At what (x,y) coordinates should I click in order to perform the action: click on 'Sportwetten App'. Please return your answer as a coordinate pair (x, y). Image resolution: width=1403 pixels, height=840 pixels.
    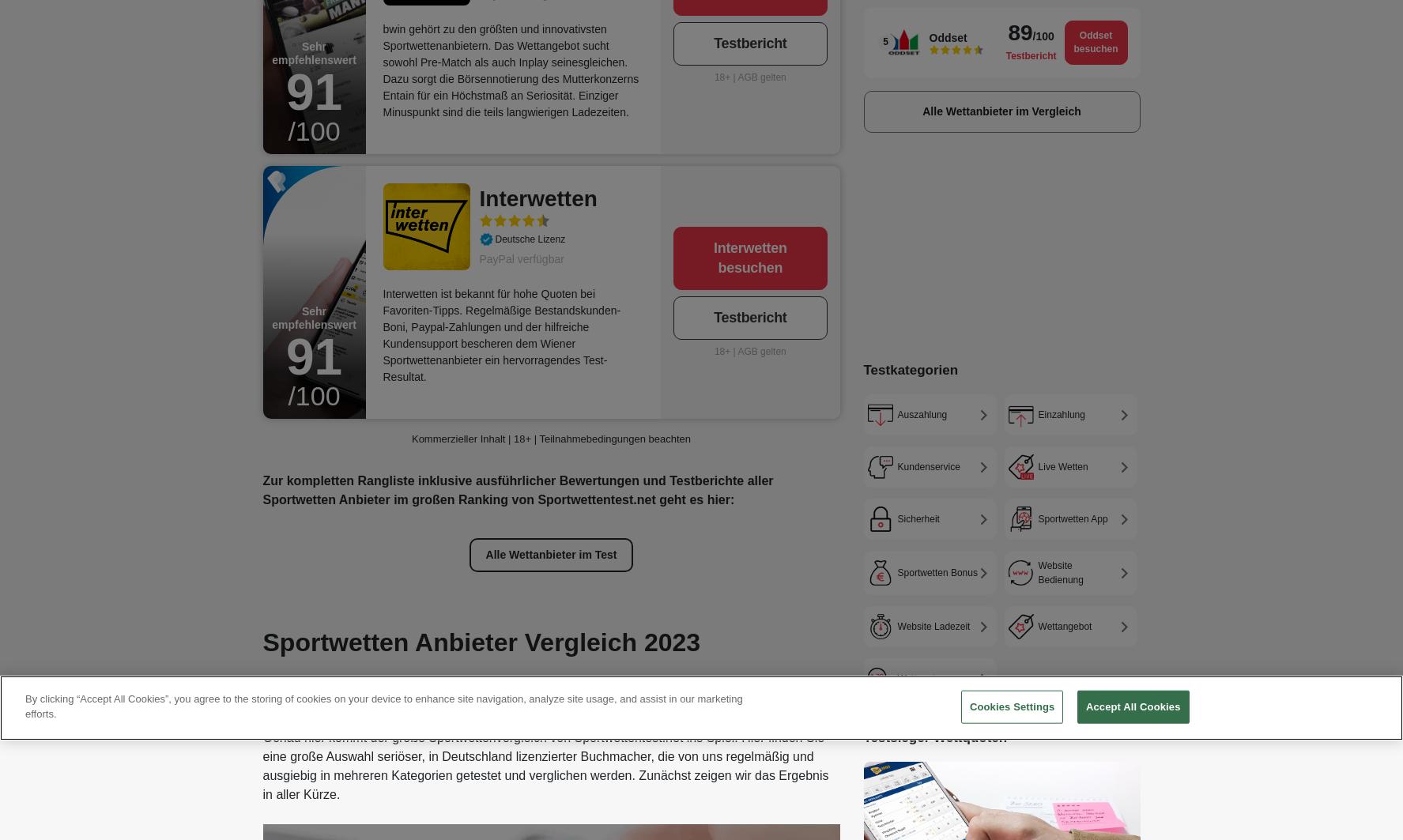
    Looking at the image, I should click on (1071, 517).